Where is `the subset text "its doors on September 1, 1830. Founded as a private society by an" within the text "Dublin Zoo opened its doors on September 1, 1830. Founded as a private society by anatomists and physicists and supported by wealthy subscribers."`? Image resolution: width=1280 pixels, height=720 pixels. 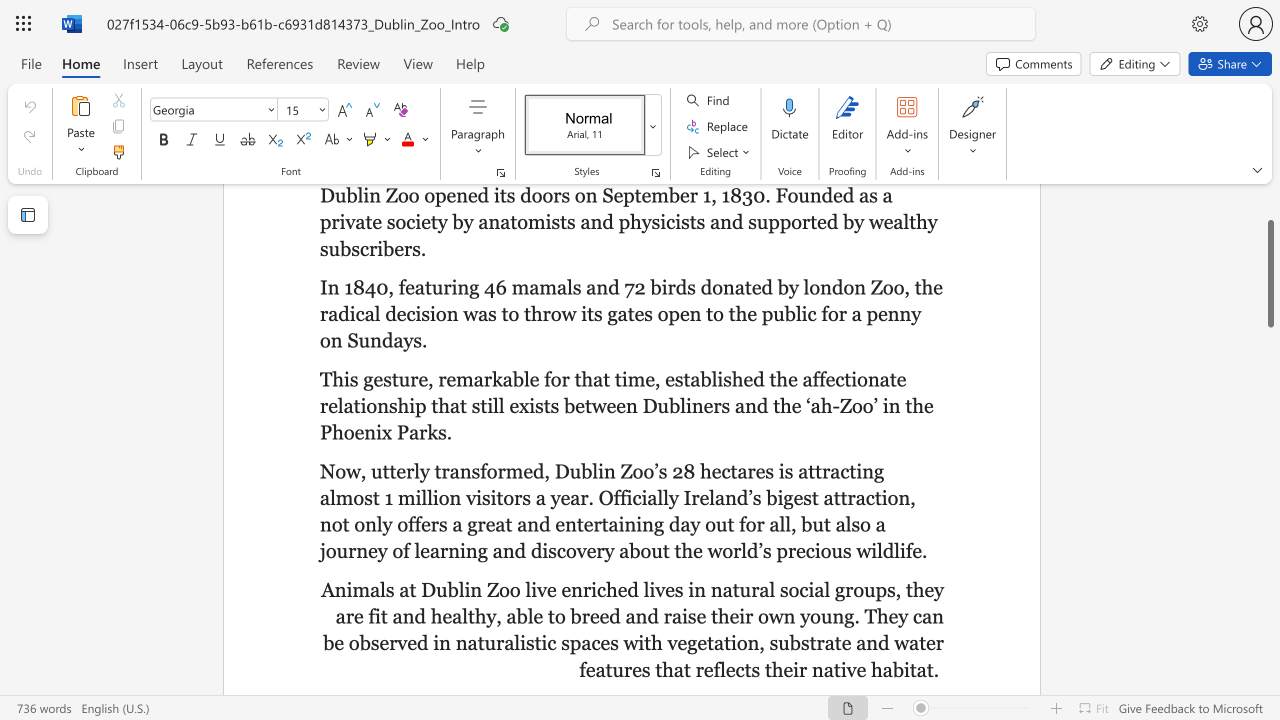
the subset text "its doors on September 1, 1830. Founded as a private society by an" within the text "Dublin Zoo opened its doors on September 1, 1830. Founded as a private society by anatomists and physicists and supported by wealthy subscribers." is located at coordinates (493, 195).